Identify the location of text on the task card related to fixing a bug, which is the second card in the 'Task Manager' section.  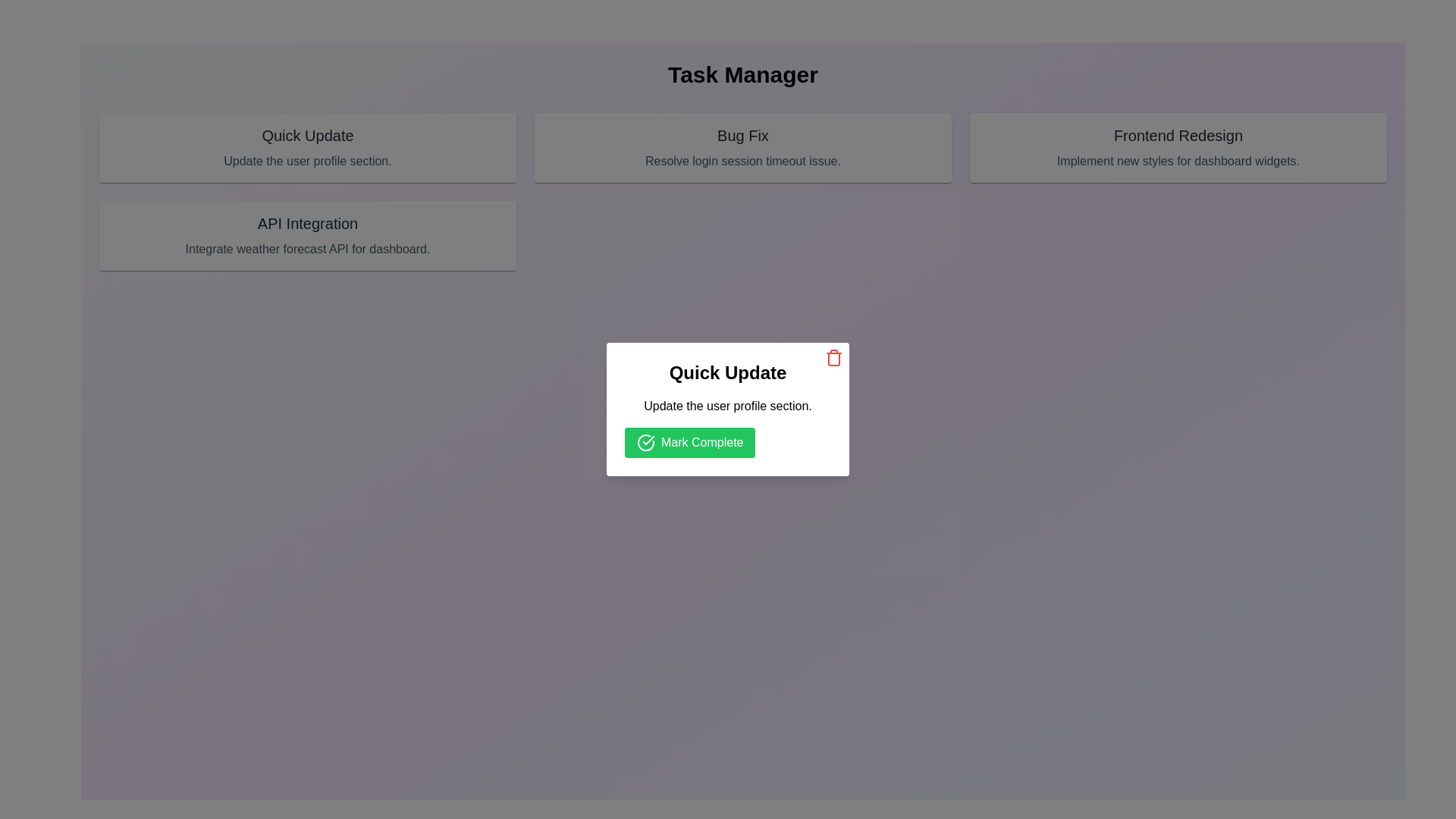
(734, 138).